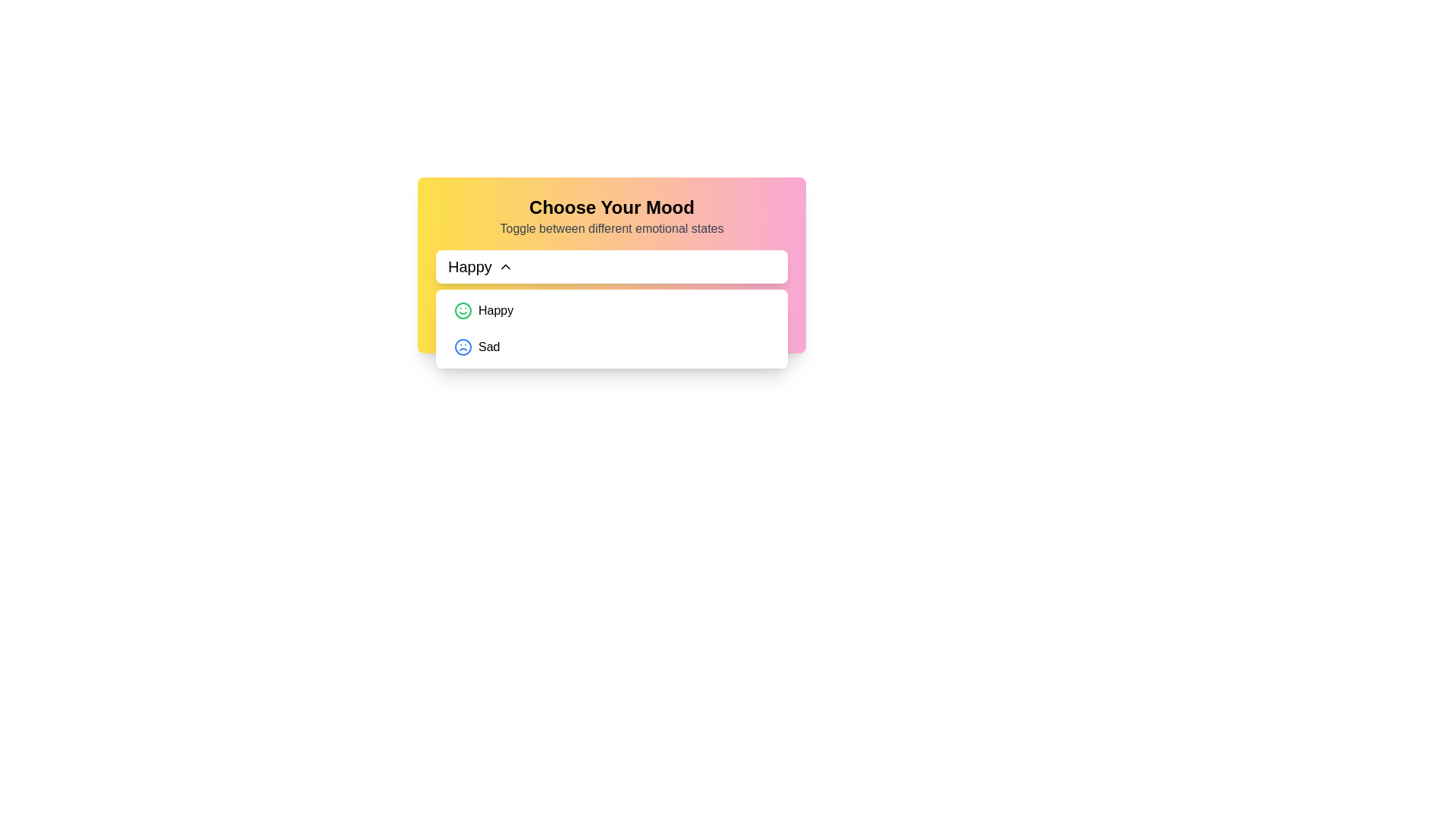 Image resolution: width=1456 pixels, height=819 pixels. What do you see at coordinates (611, 309) in the screenshot?
I see `the first selectable list item labeled 'Happy' in the 'Choose Your Mood' dropdown menu` at bounding box center [611, 309].